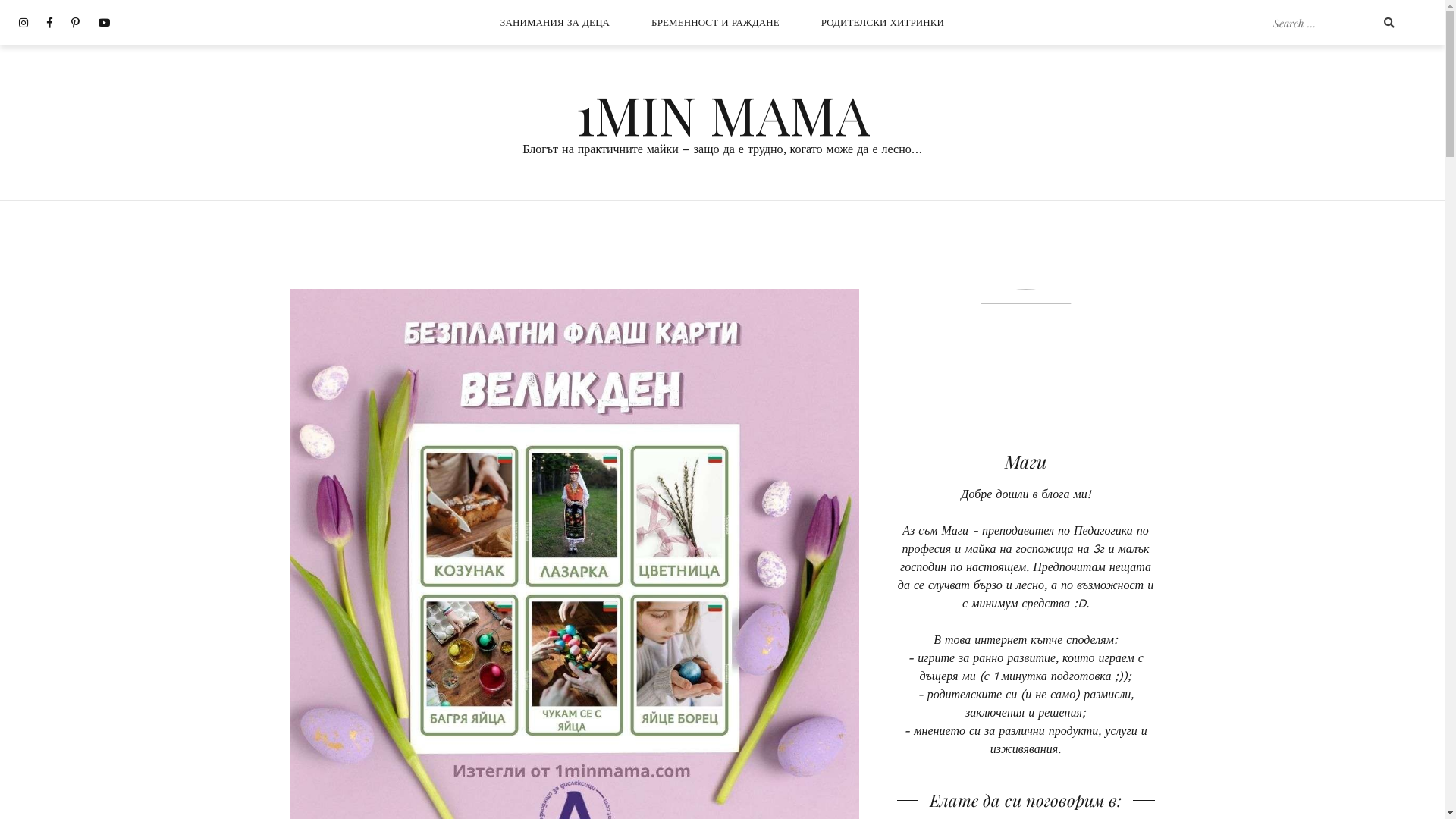 The height and width of the screenshot is (819, 1456). What do you see at coordinates (74, 23) in the screenshot?
I see `'Pinterest'` at bounding box center [74, 23].